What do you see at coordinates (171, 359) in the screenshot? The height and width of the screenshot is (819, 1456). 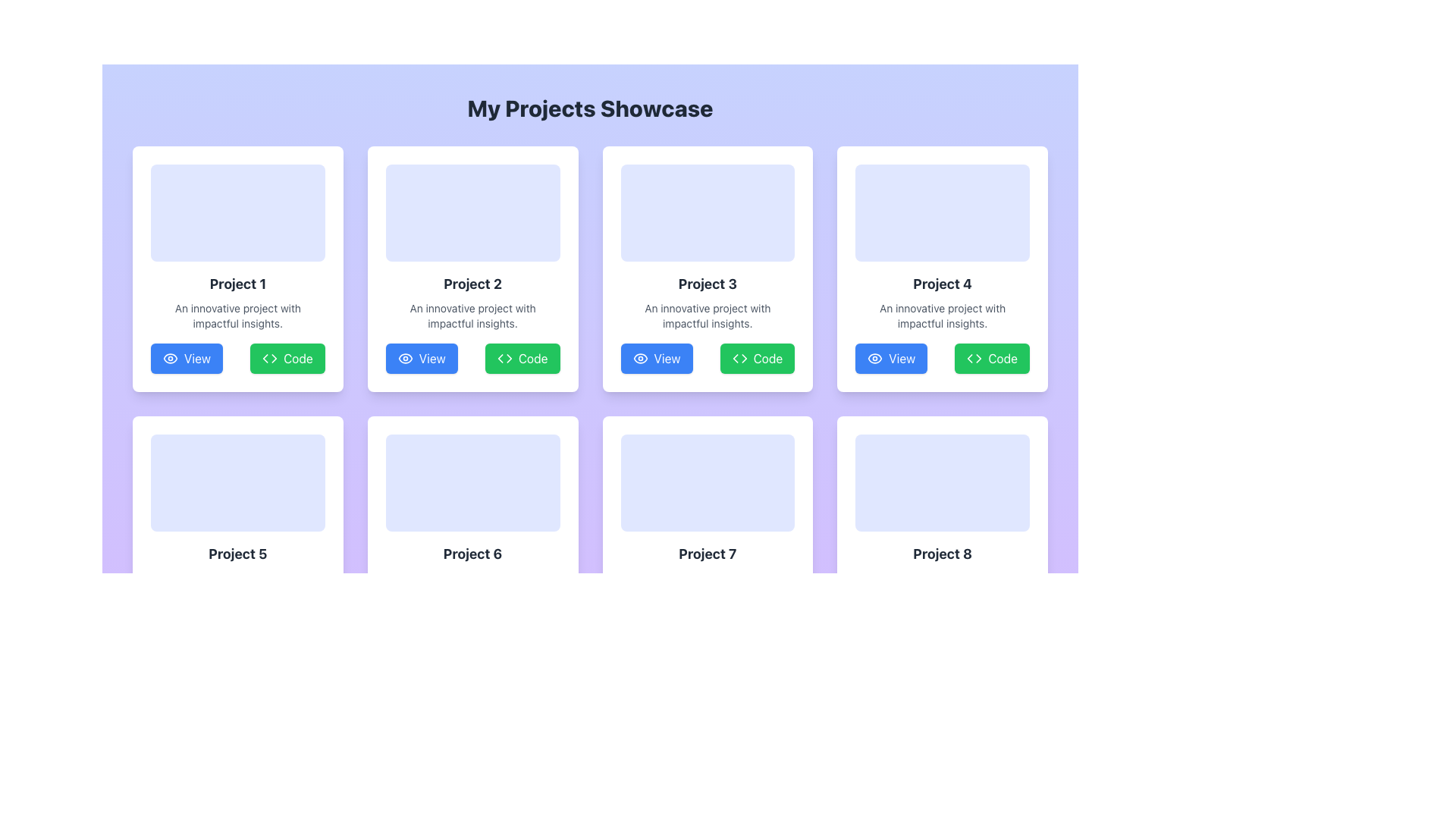 I see `the eye icon located within the 'View' button in the first project card at the top left of the grid` at bounding box center [171, 359].